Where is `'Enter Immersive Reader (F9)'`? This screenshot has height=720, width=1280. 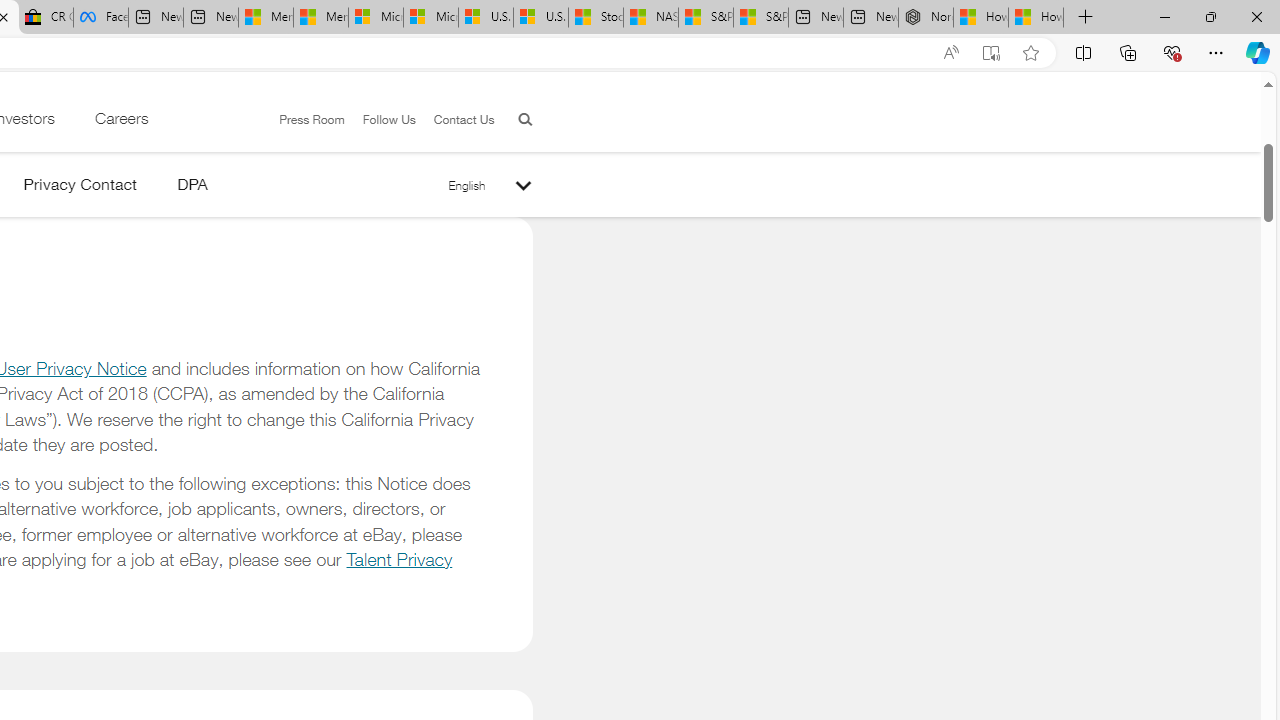
'Enter Immersive Reader (F9)' is located at coordinates (991, 52).